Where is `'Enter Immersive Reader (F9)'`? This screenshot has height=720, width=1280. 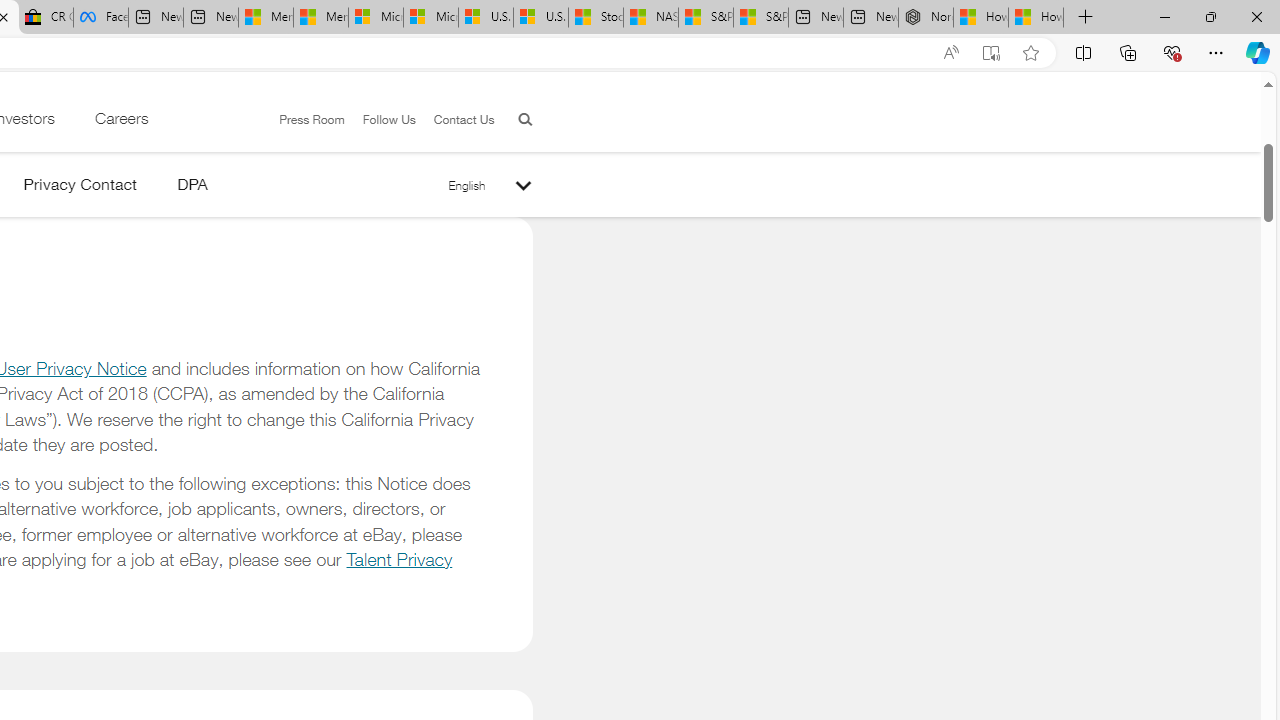
'Enter Immersive Reader (F9)' is located at coordinates (991, 52).